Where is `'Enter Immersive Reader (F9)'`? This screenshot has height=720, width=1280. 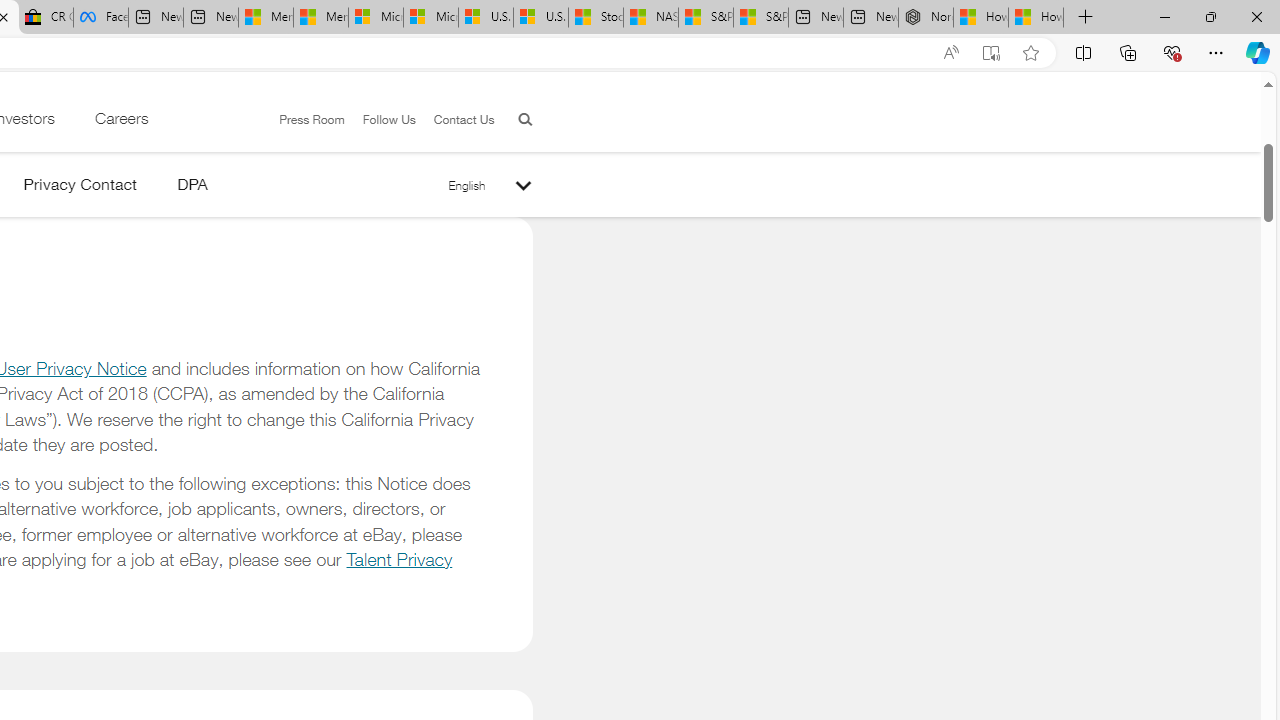
'Enter Immersive Reader (F9)' is located at coordinates (991, 52).